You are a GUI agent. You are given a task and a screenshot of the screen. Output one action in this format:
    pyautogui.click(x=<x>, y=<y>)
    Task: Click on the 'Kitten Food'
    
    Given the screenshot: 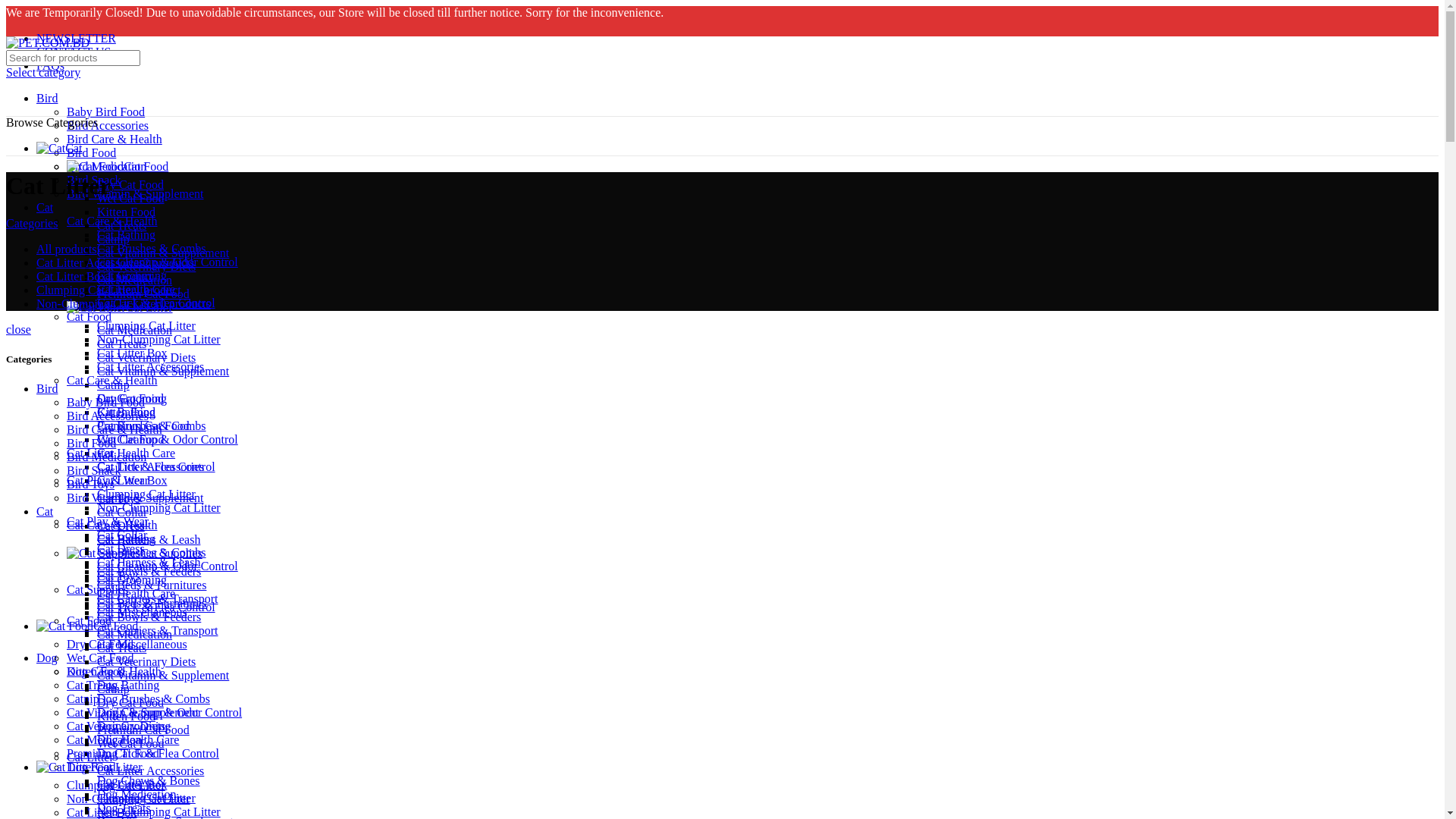 What is the action you would take?
    pyautogui.click(x=126, y=212)
    